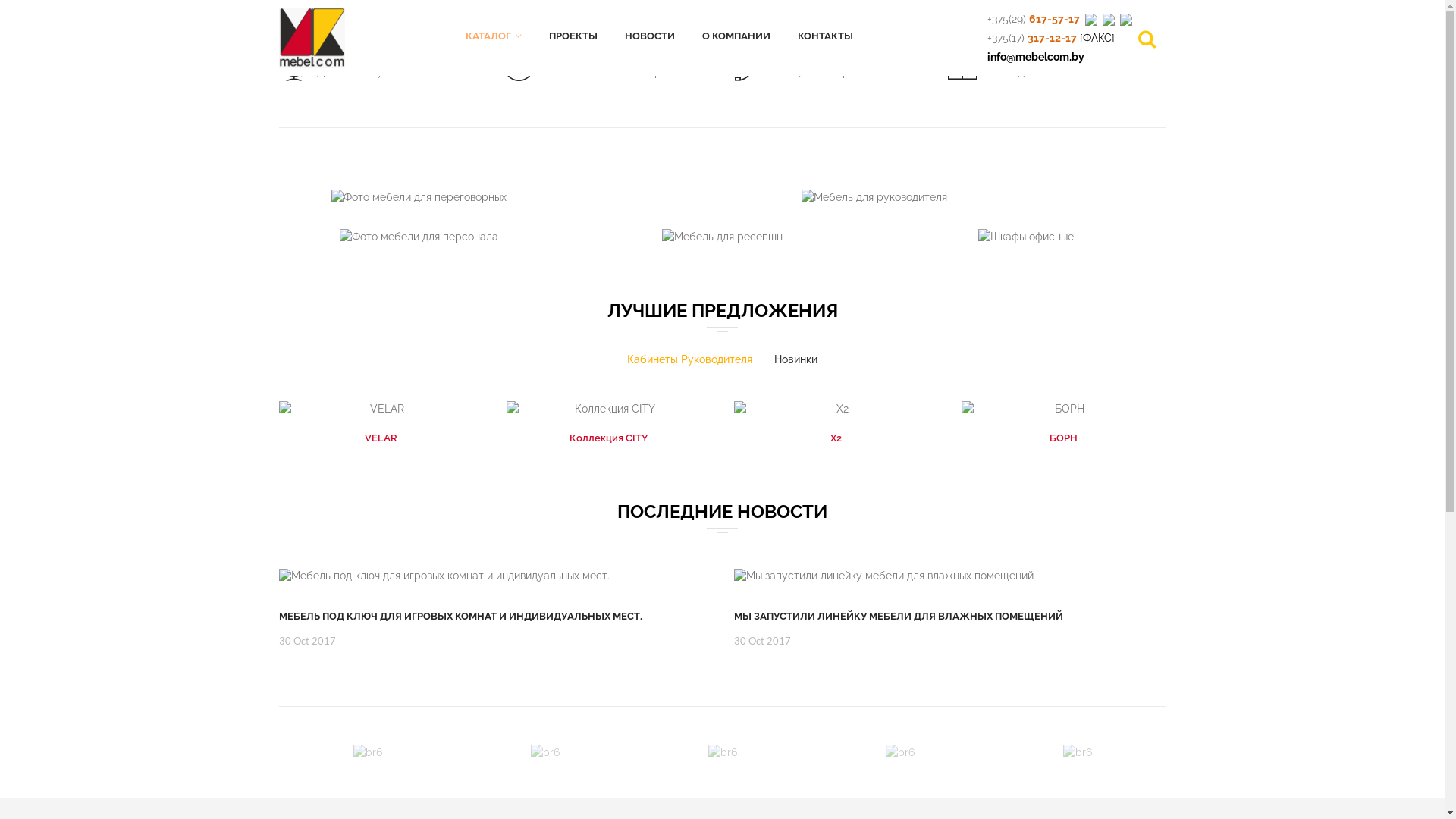 The height and width of the screenshot is (819, 1456). What do you see at coordinates (987, 18) in the screenshot?
I see `'+375(29) 617-57-17'` at bounding box center [987, 18].